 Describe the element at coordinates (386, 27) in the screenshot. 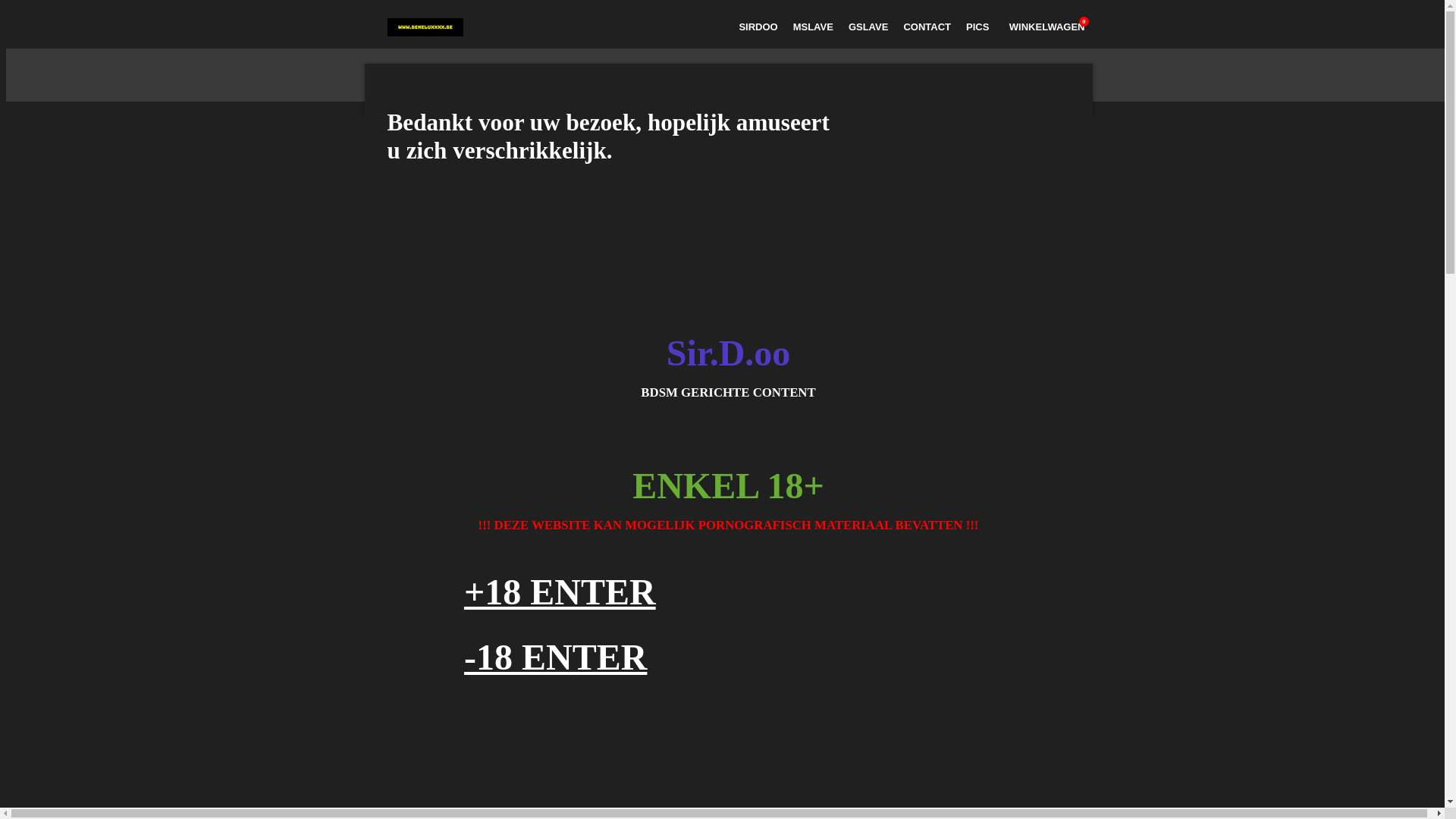

I see `'beneluxxxx'` at that location.